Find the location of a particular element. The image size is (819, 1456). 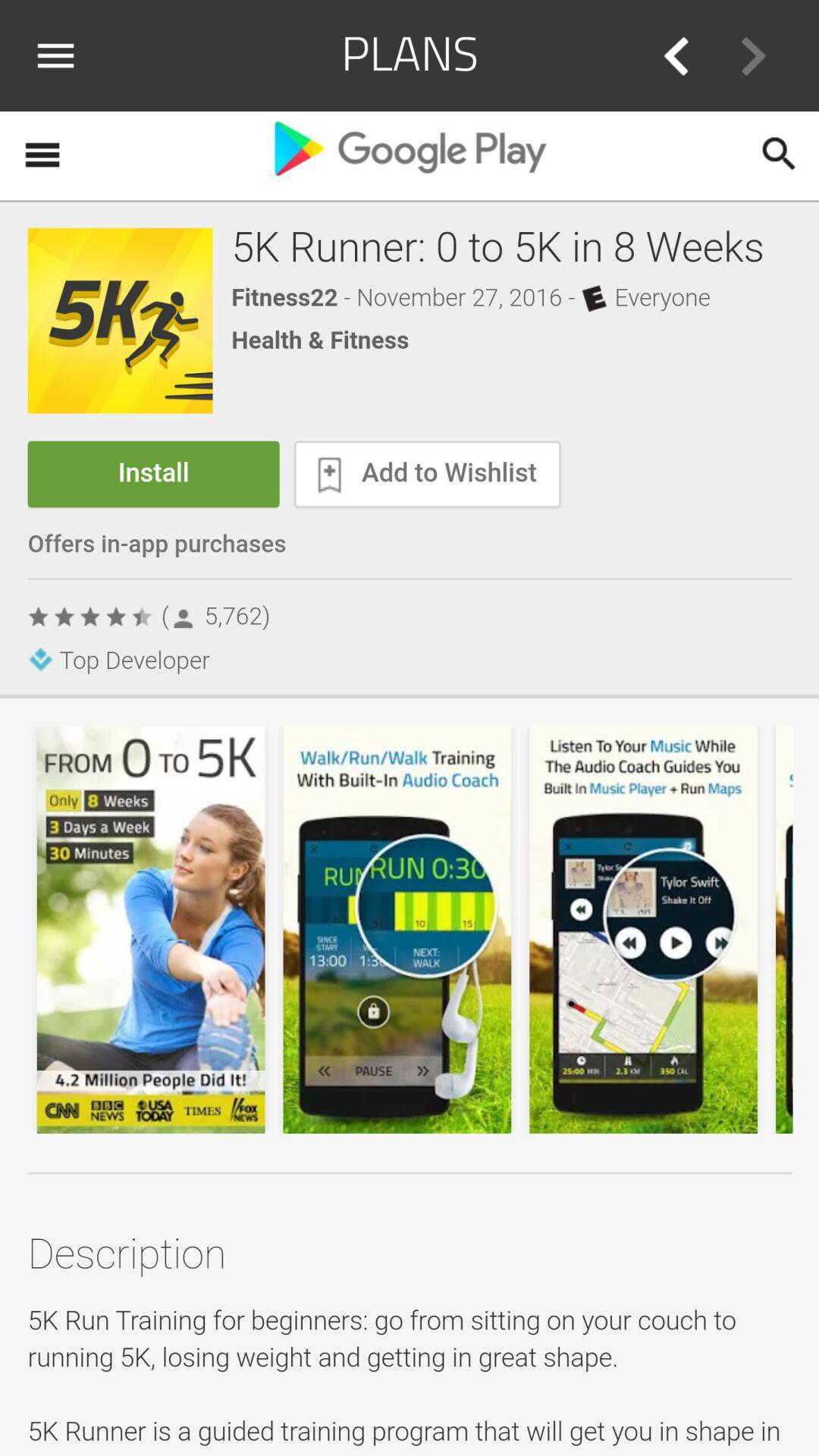

open menu is located at coordinates (61, 55).